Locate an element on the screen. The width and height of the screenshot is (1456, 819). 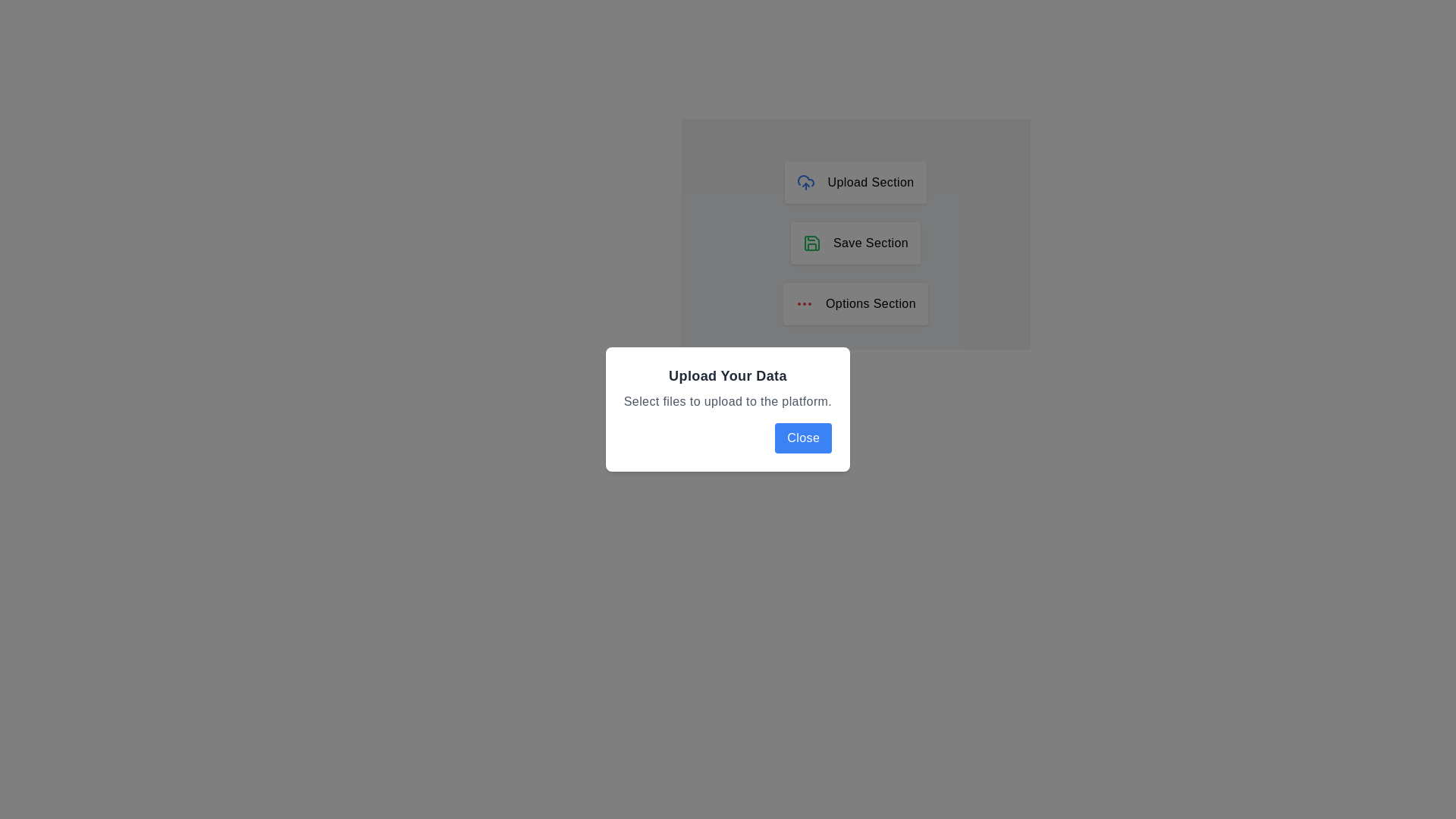
the 'Upload Section' text label element, which is bold and positioned near the top of a vertical stack of buttons, to the right of a cloud upload icon is located at coordinates (871, 181).